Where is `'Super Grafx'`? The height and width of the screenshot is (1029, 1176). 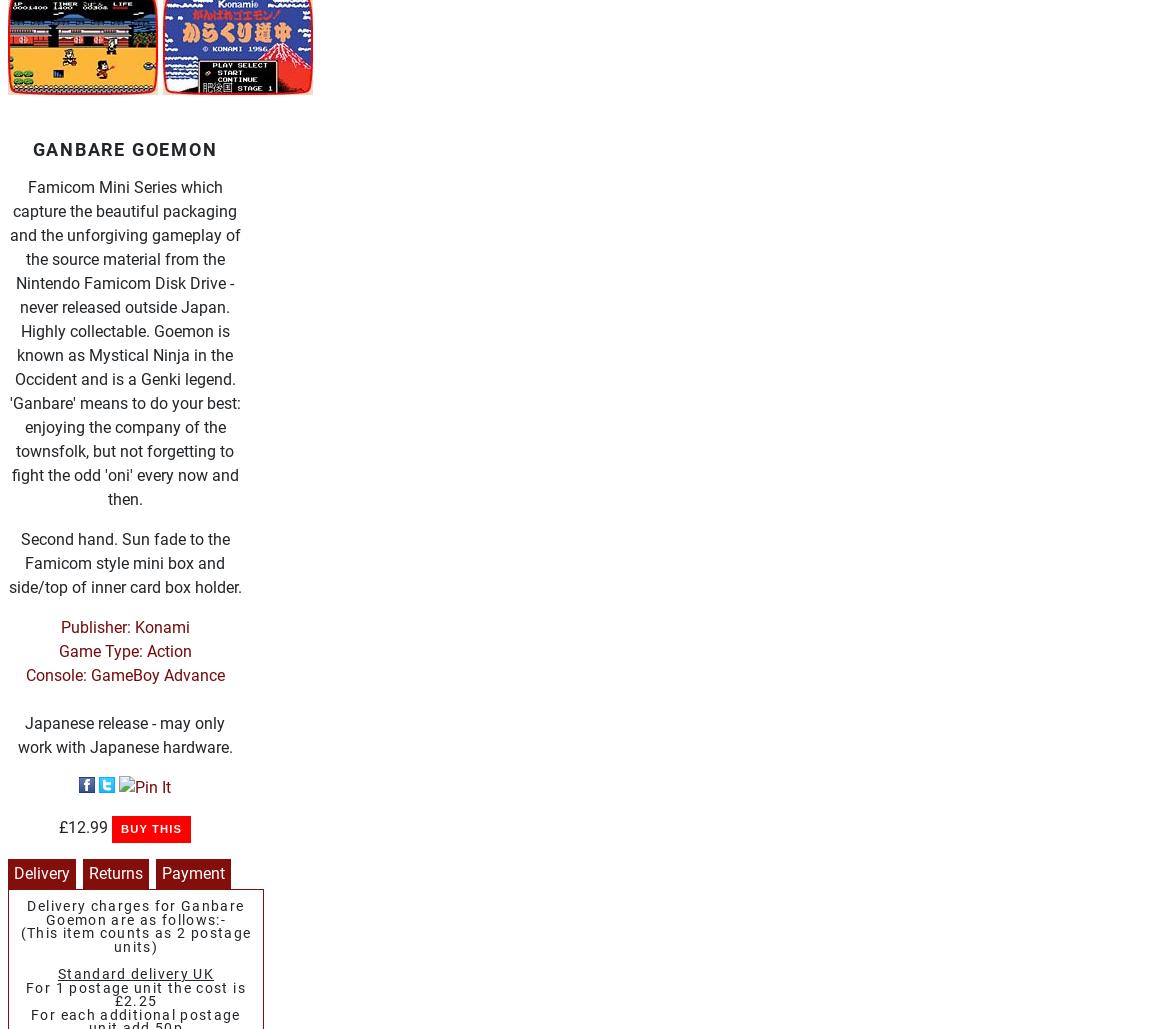
'Super Grafx' is located at coordinates (154, 789).